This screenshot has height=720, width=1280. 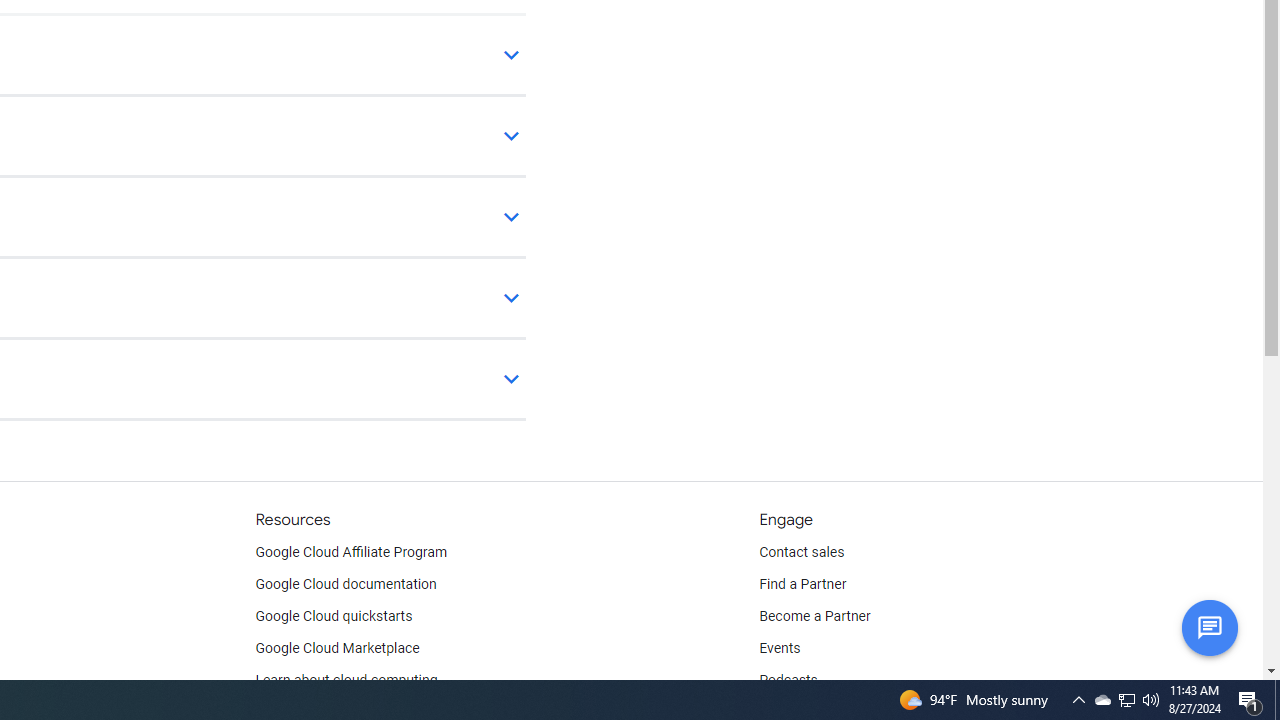 What do you see at coordinates (351, 552) in the screenshot?
I see `'Google Cloud Affiliate Program'` at bounding box center [351, 552].